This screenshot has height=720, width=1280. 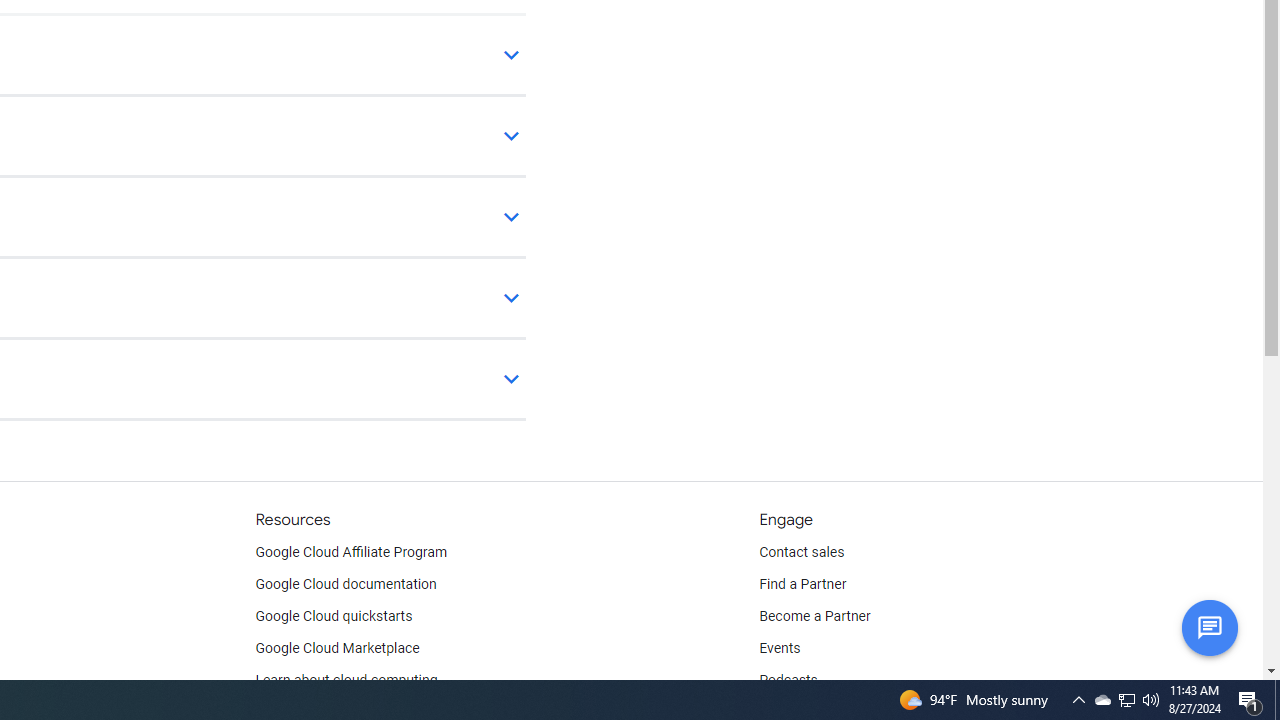 What do you see at coordinates (351, 552) in the screenshot?
I see `'Google Cloud Affiliate Program'` at bounding box center [351, 552].